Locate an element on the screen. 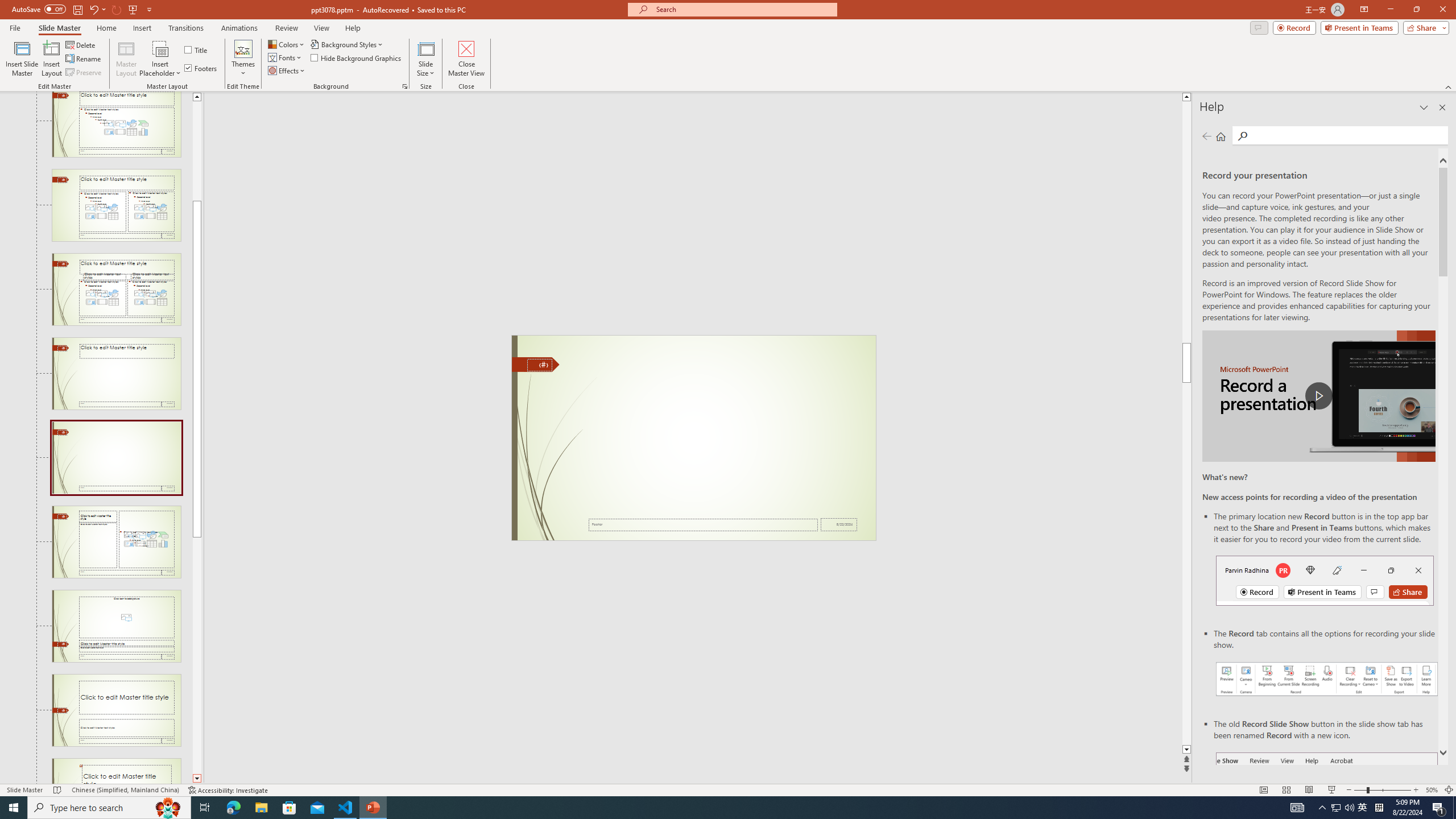 This screenshot has height=819, width=1456. 'Slide Content with Caption Layout: used by no slides' is located at coordinates (115, 542).